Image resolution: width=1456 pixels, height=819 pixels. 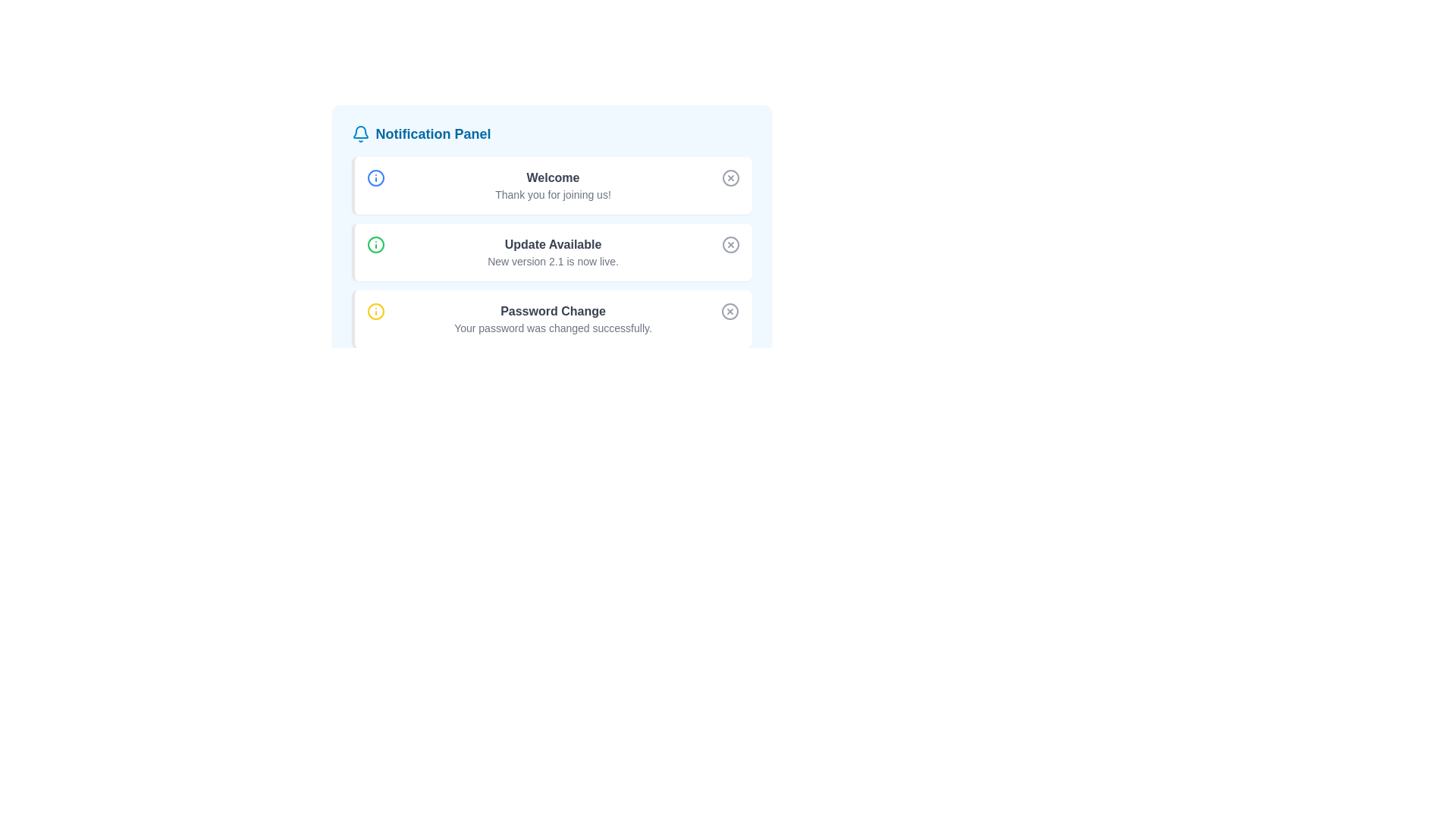 I want to click on text from the 'Password Change' notification block, which contains the title in bold dark gray and a message stating 'Your password was changed successfully.', so click(x=552, y=318).